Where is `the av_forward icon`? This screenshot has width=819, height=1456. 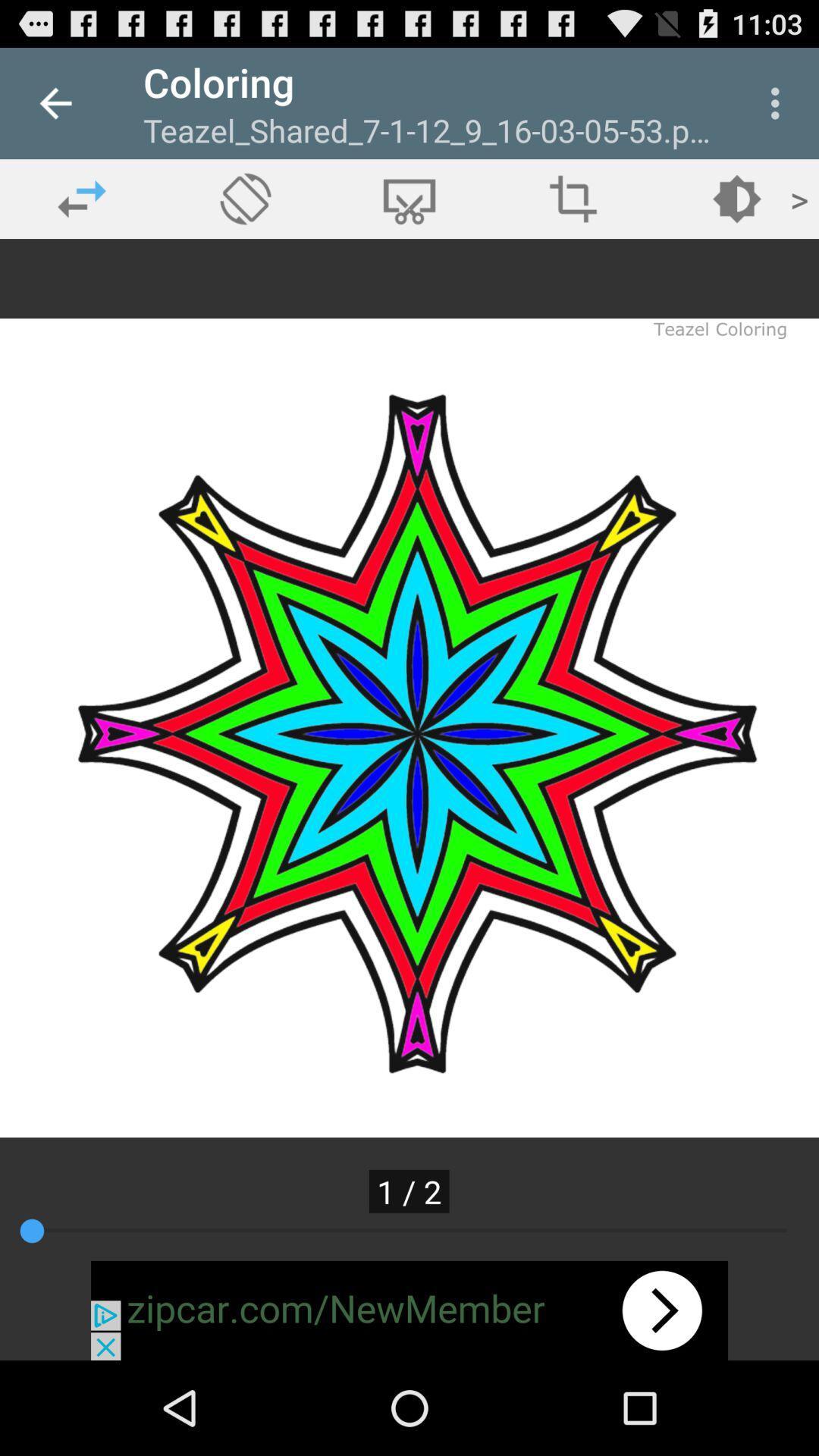 the av_forward icon is located at coordinates (736, 198).